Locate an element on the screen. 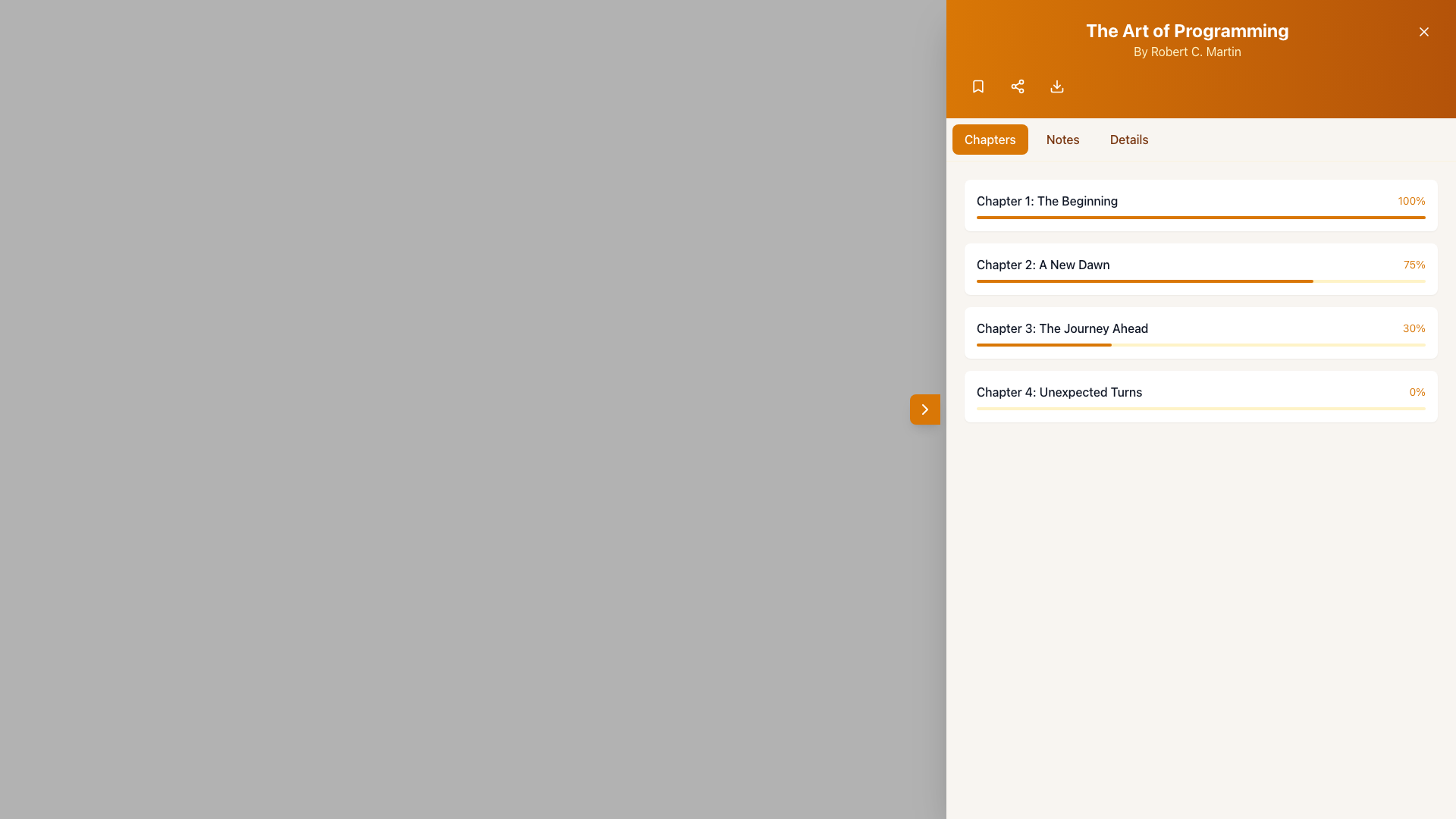  the filled progress bar segment under the label 'Chapter 2: A New Dawn' in the 'Chapters' list to visually indicate progress status is located at coordinates (1145, 281).